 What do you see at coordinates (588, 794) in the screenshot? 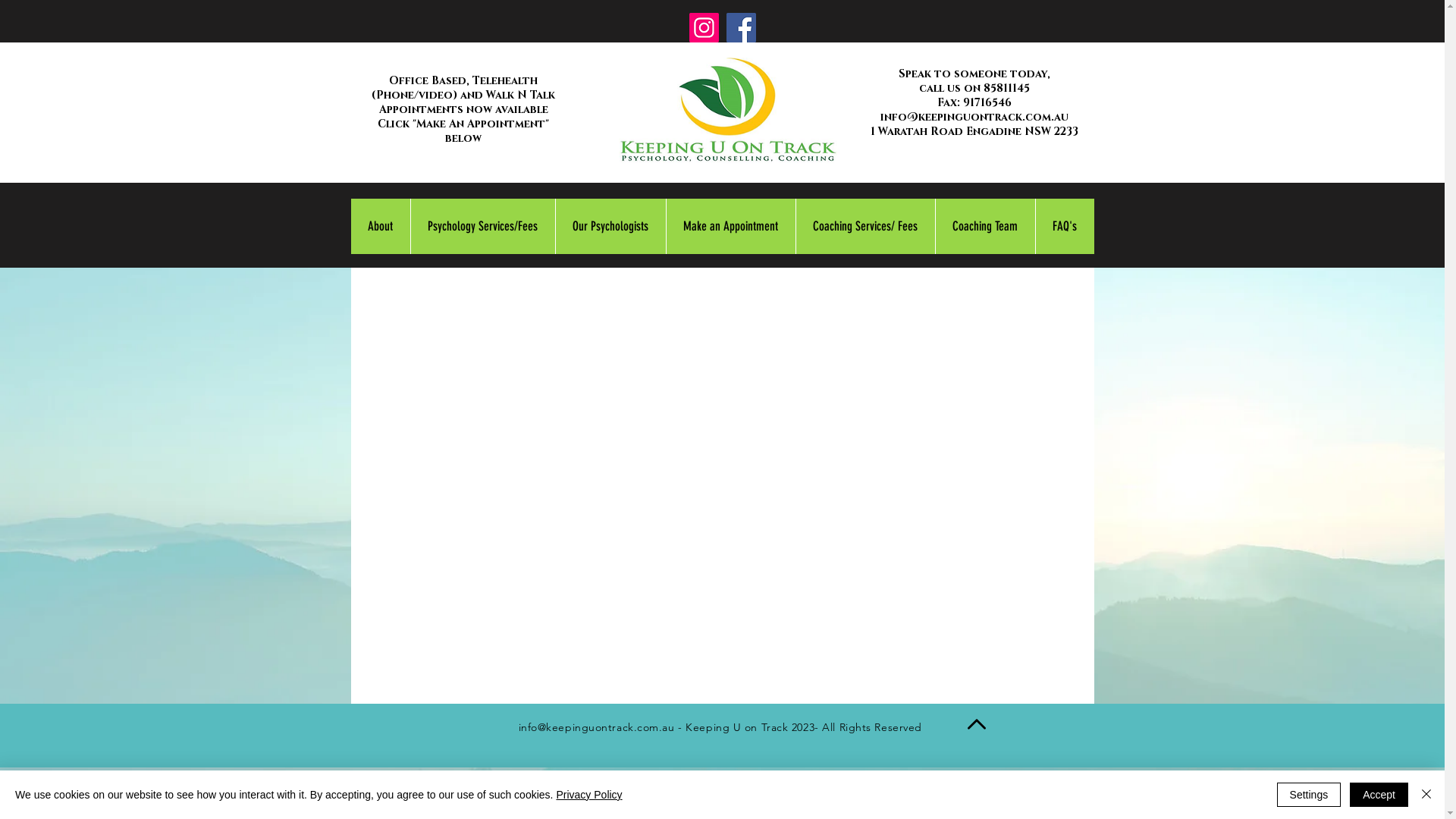
I see `'Privacy Policy'` at bounding box center [588, 794].